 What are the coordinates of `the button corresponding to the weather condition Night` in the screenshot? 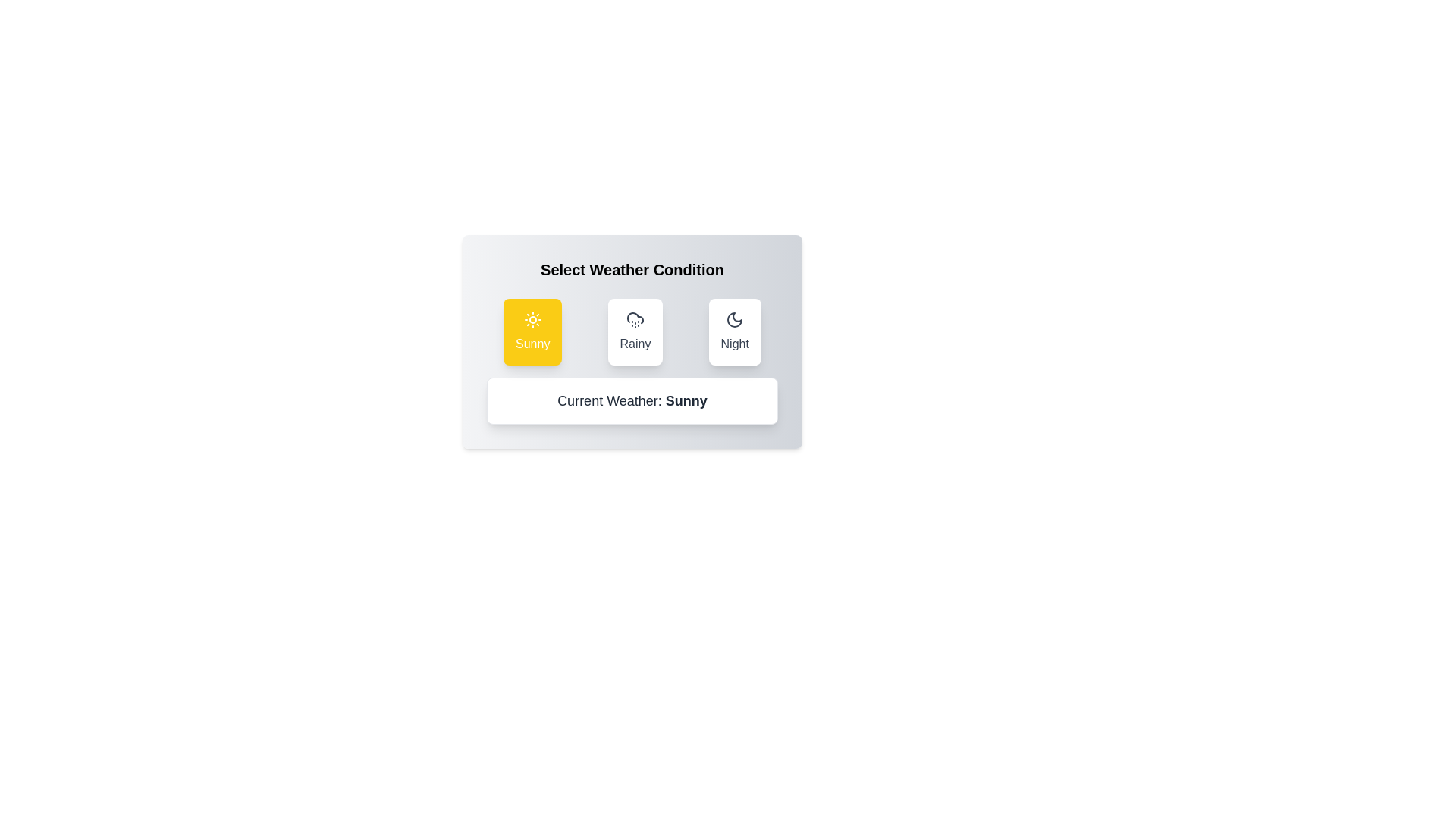 It's located at (735, 331).